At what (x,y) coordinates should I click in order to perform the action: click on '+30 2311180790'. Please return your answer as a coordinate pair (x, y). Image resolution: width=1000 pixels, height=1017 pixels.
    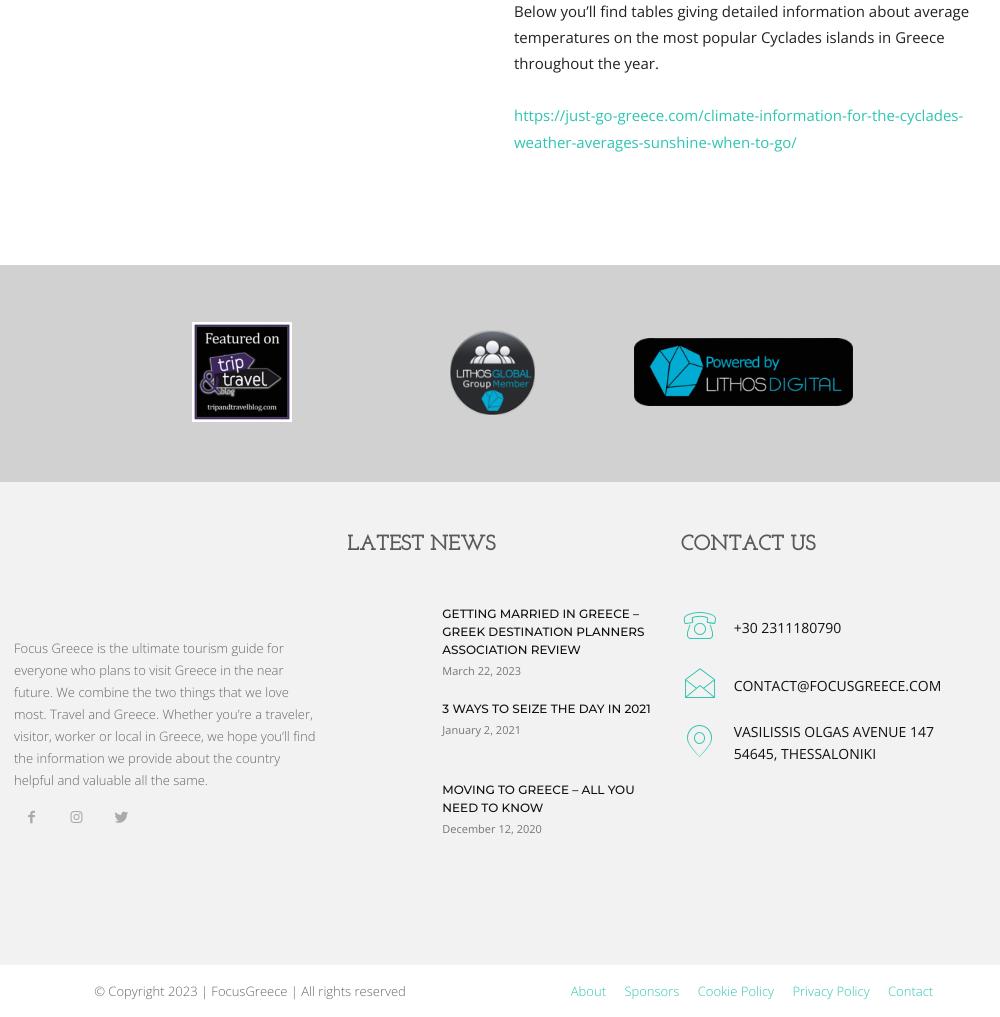
    Looking at the image, I should click on (787, 627).